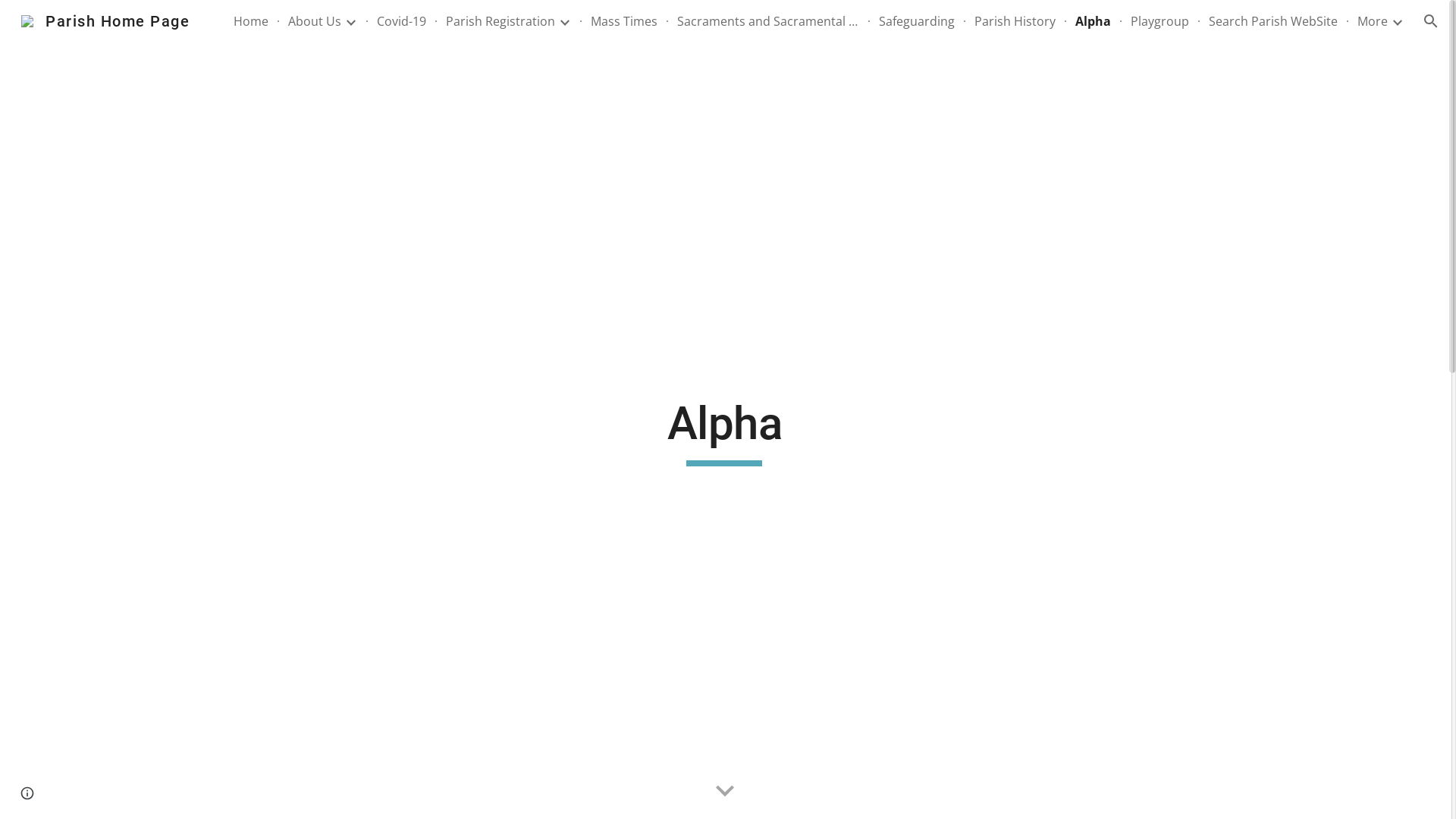 The height and width of the screenshot is (819, 1456). Describe the element at coordinates (105, 20) in the screenshot. I see `'Parish Home Page'` at that location.